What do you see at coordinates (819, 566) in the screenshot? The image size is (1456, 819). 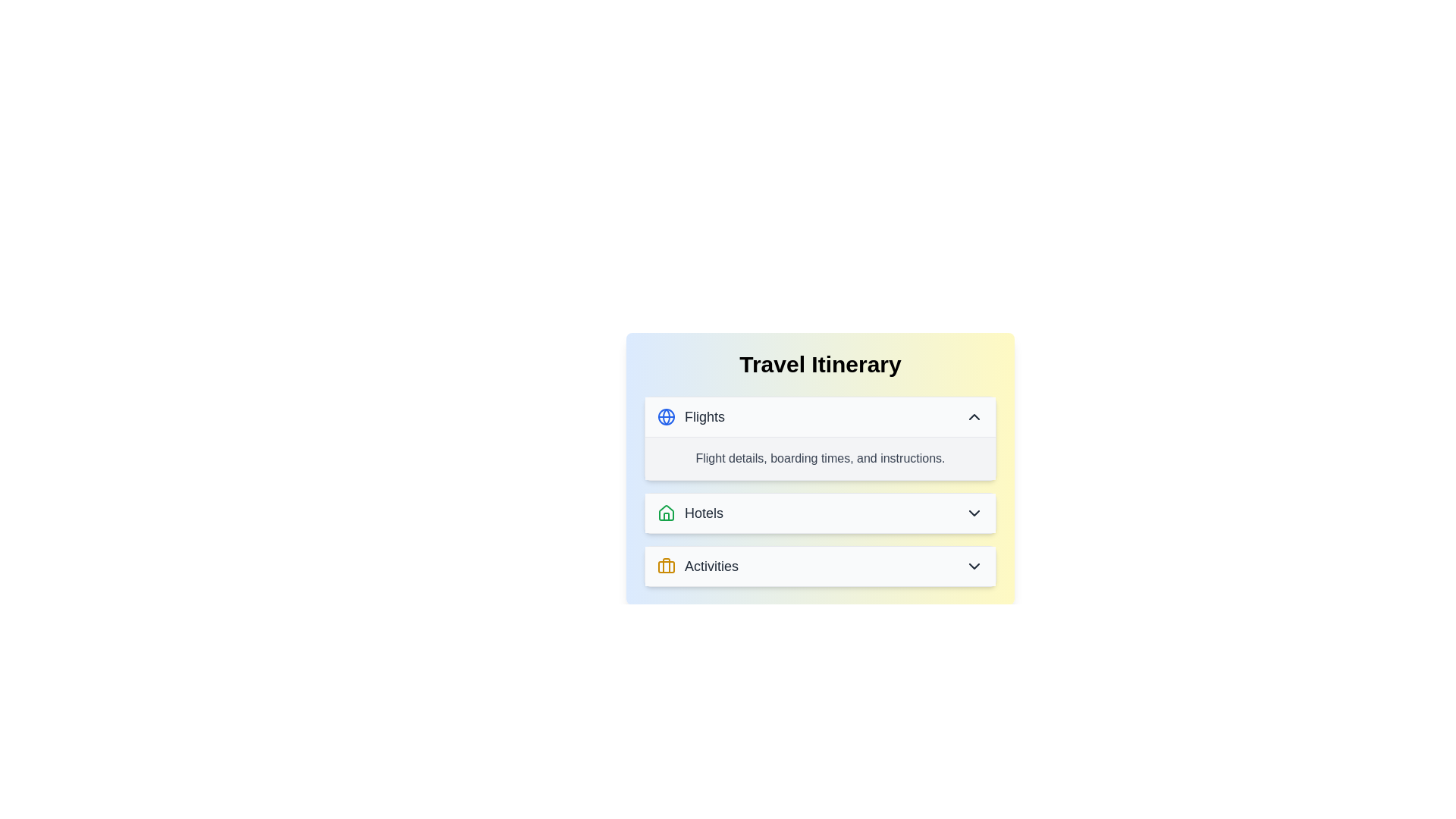 I see `the 'Activities' collapsible list item, which is the third item in the vertical stack of interactive sections` at bounding box center [819, 566].